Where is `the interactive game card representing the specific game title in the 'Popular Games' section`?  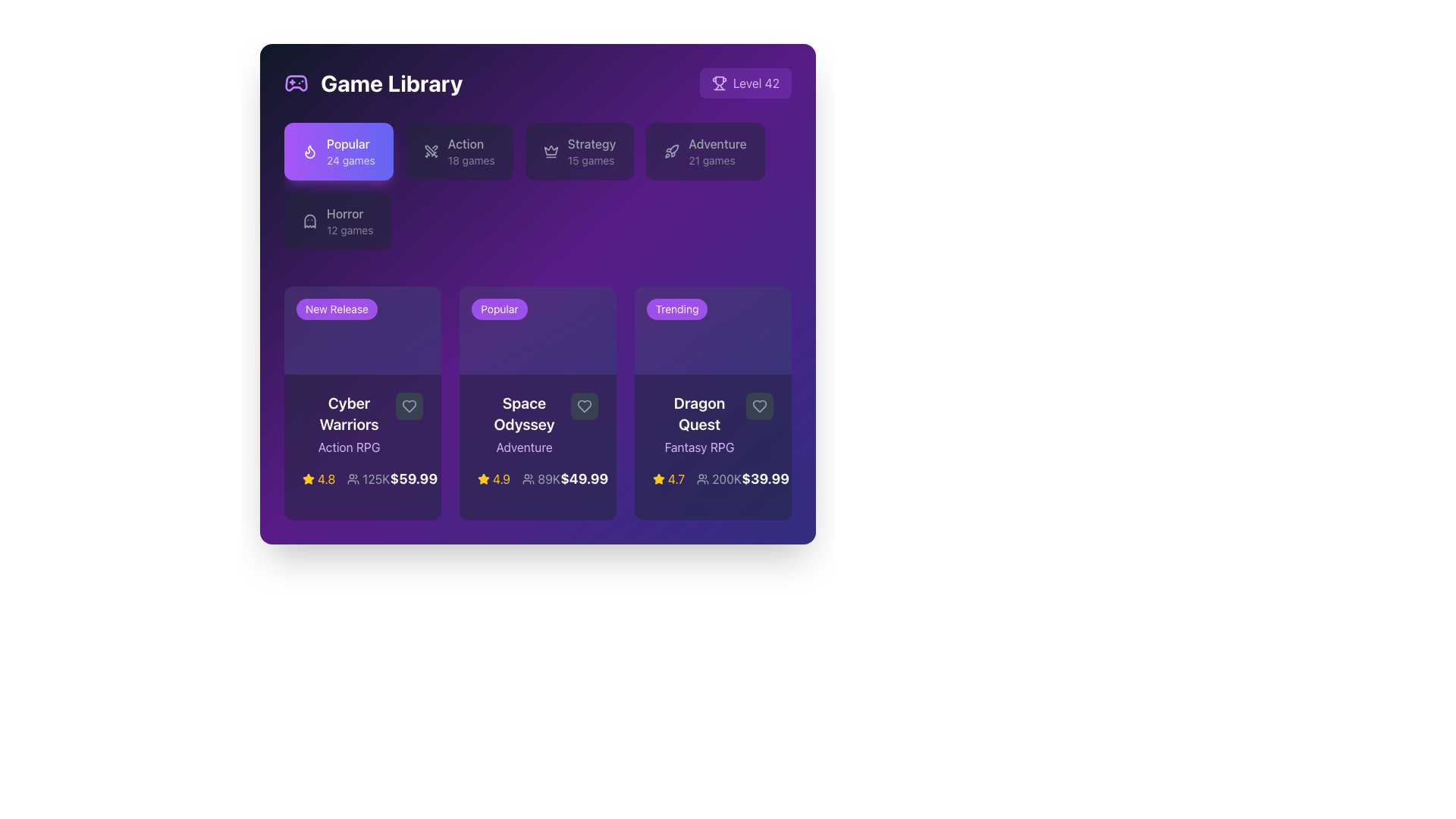 the interactive game card representing the specific game title in the 'Popular Games' section is located at coordinates (538, 447).